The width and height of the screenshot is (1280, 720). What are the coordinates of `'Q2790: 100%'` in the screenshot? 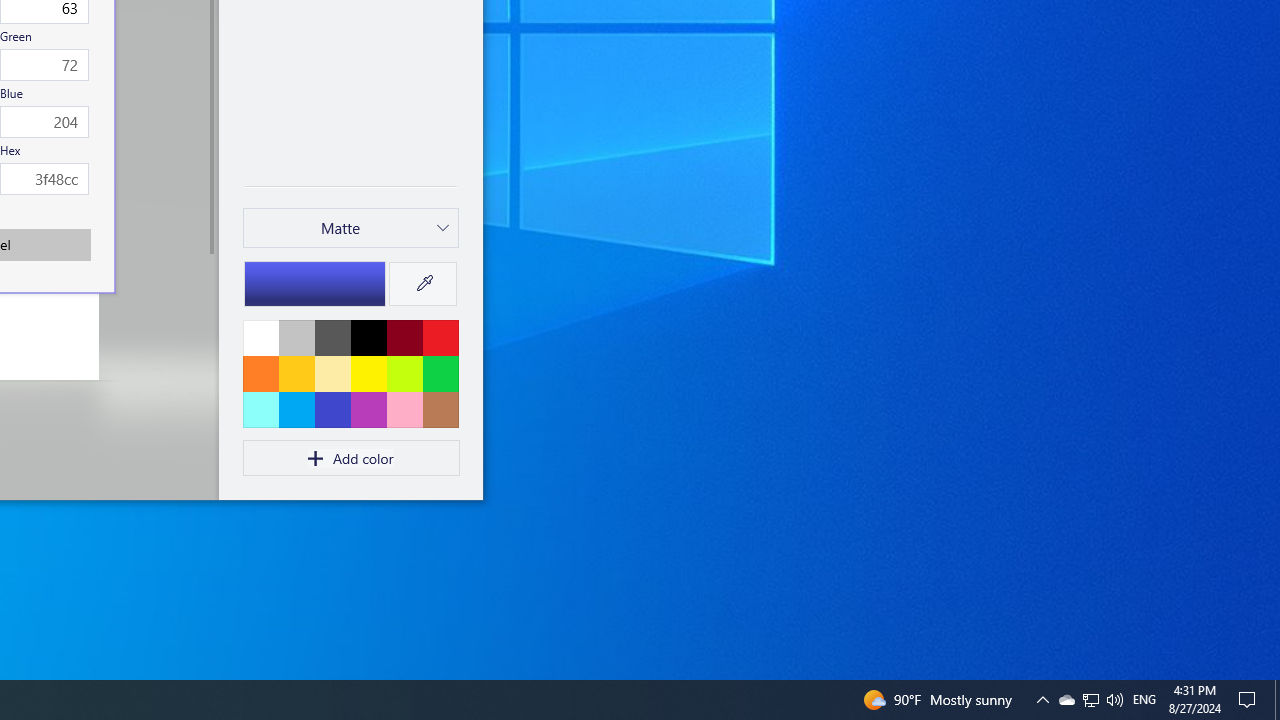 It's located at (1090, 698).